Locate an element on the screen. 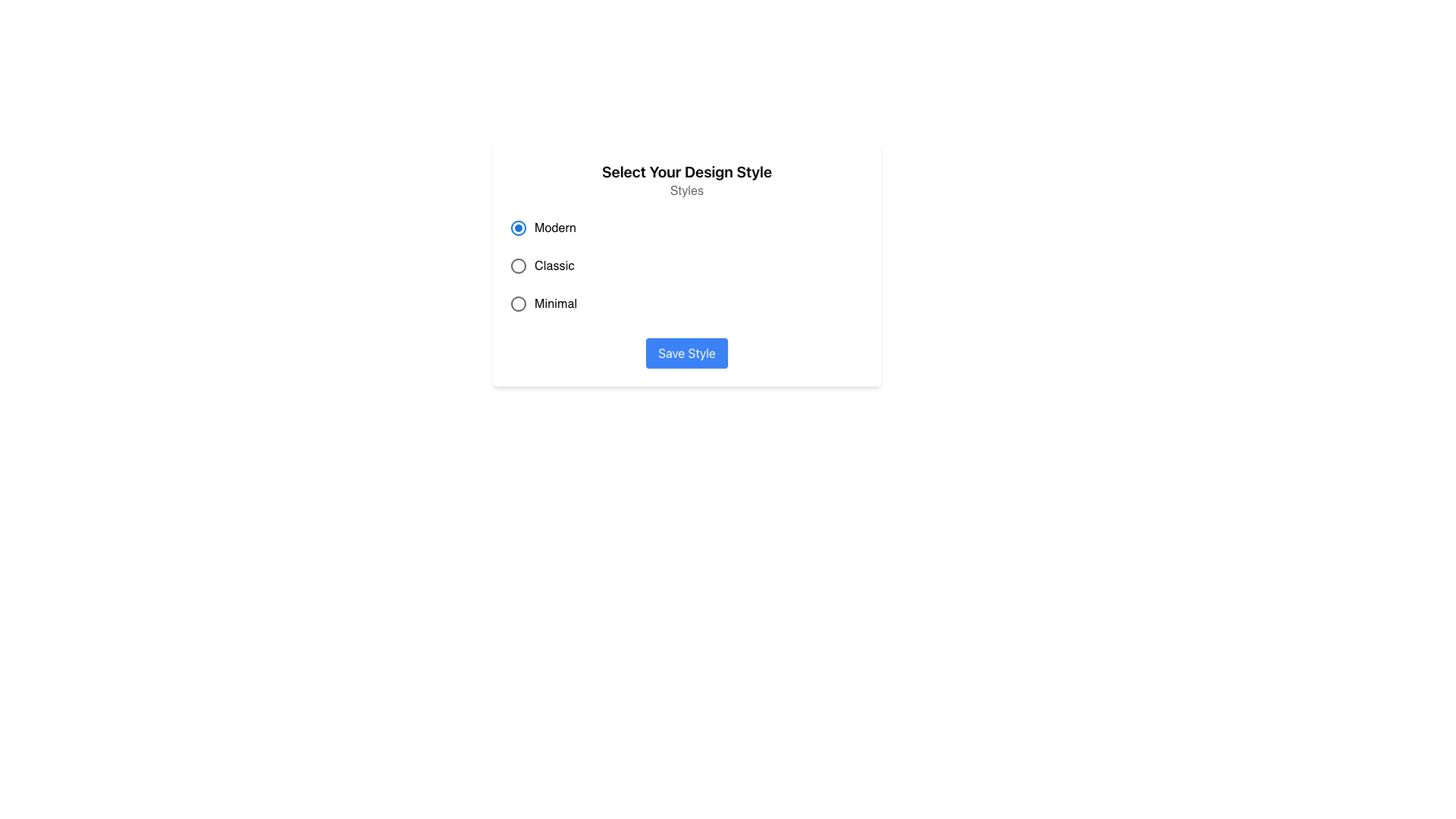 The height and width of the screenshot is (819, 1456). the radio button labeled 'Classic' is located at coordinates (676, 265).